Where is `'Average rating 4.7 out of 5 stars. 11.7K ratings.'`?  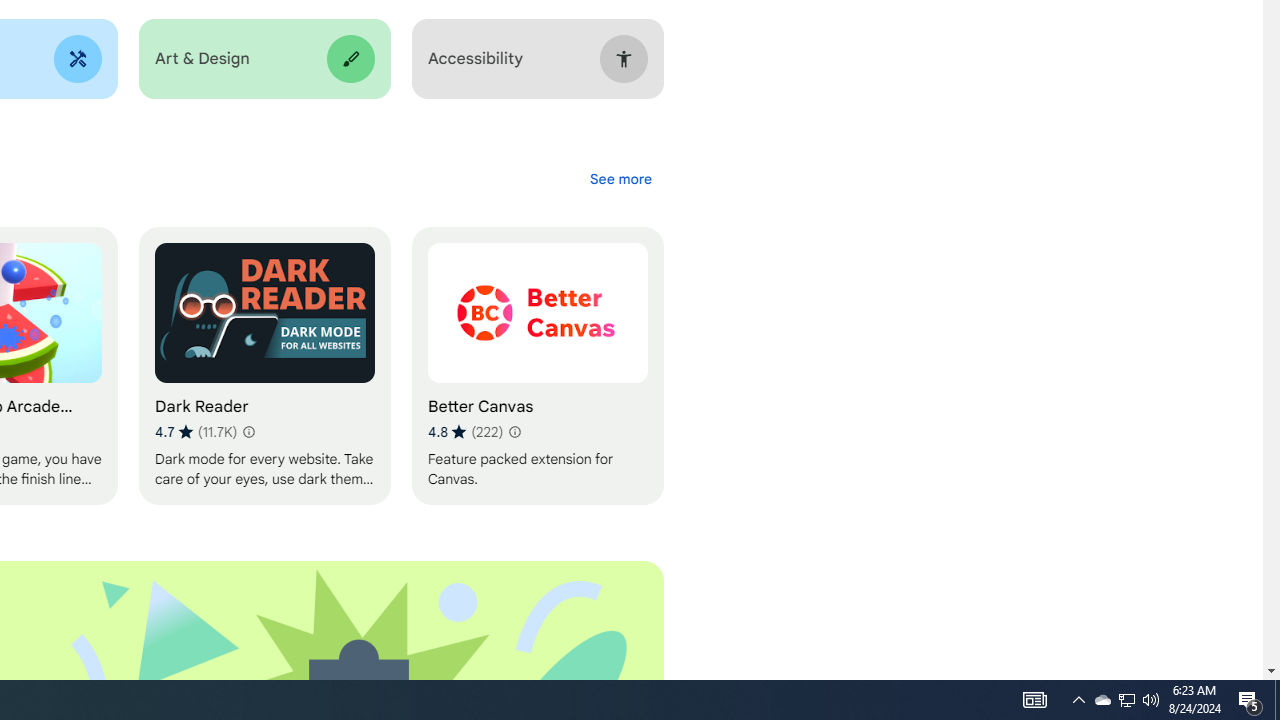 'Average rating 4.7 out of 5 stars. 11.7K ratings.' is located at coordinates (195, 431).